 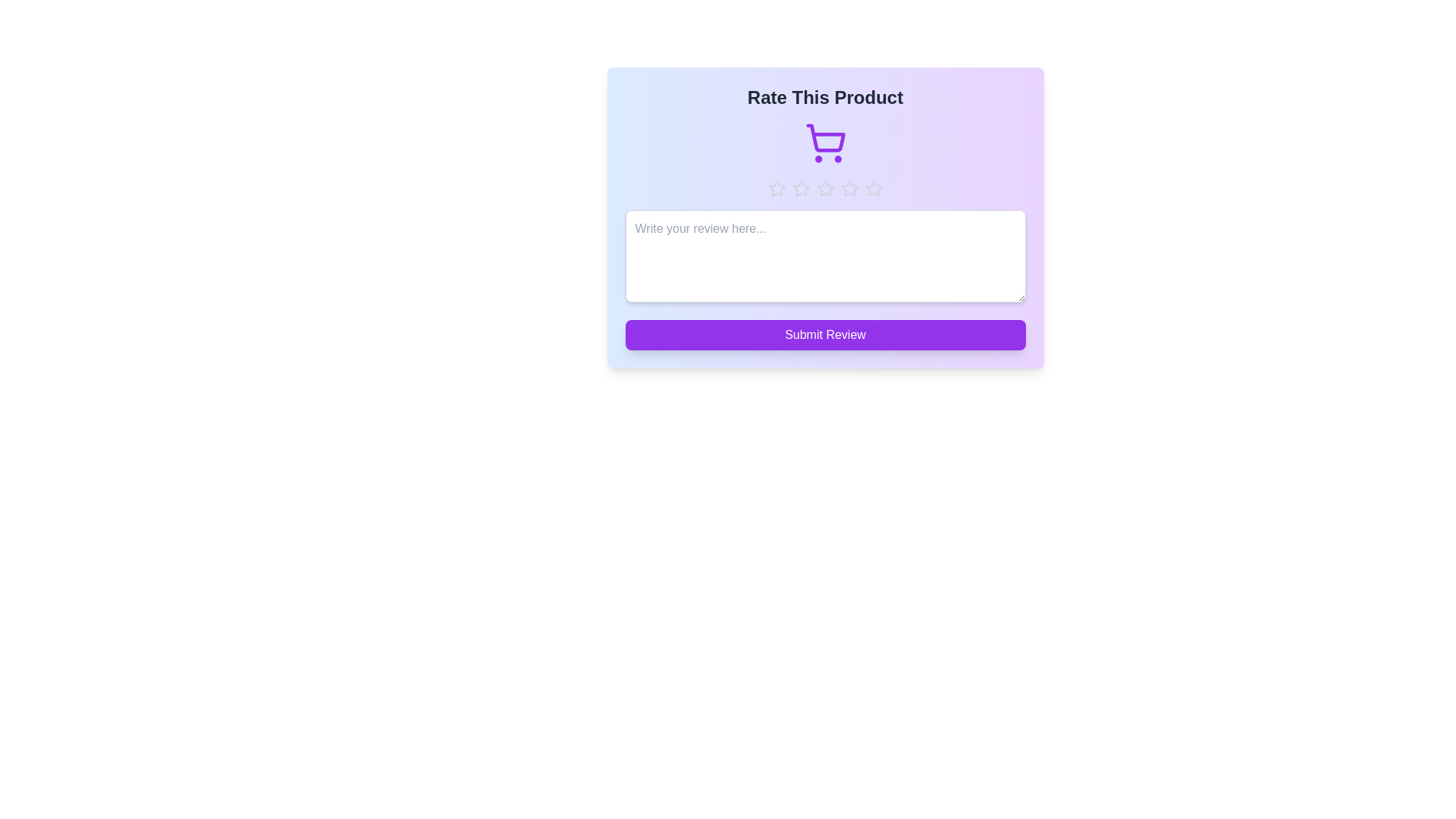 What do you see at coordinates (824, 334) in the screenshot?
I see `the 'Submit Review' button to submit the review` at bounding box center [824, 334].